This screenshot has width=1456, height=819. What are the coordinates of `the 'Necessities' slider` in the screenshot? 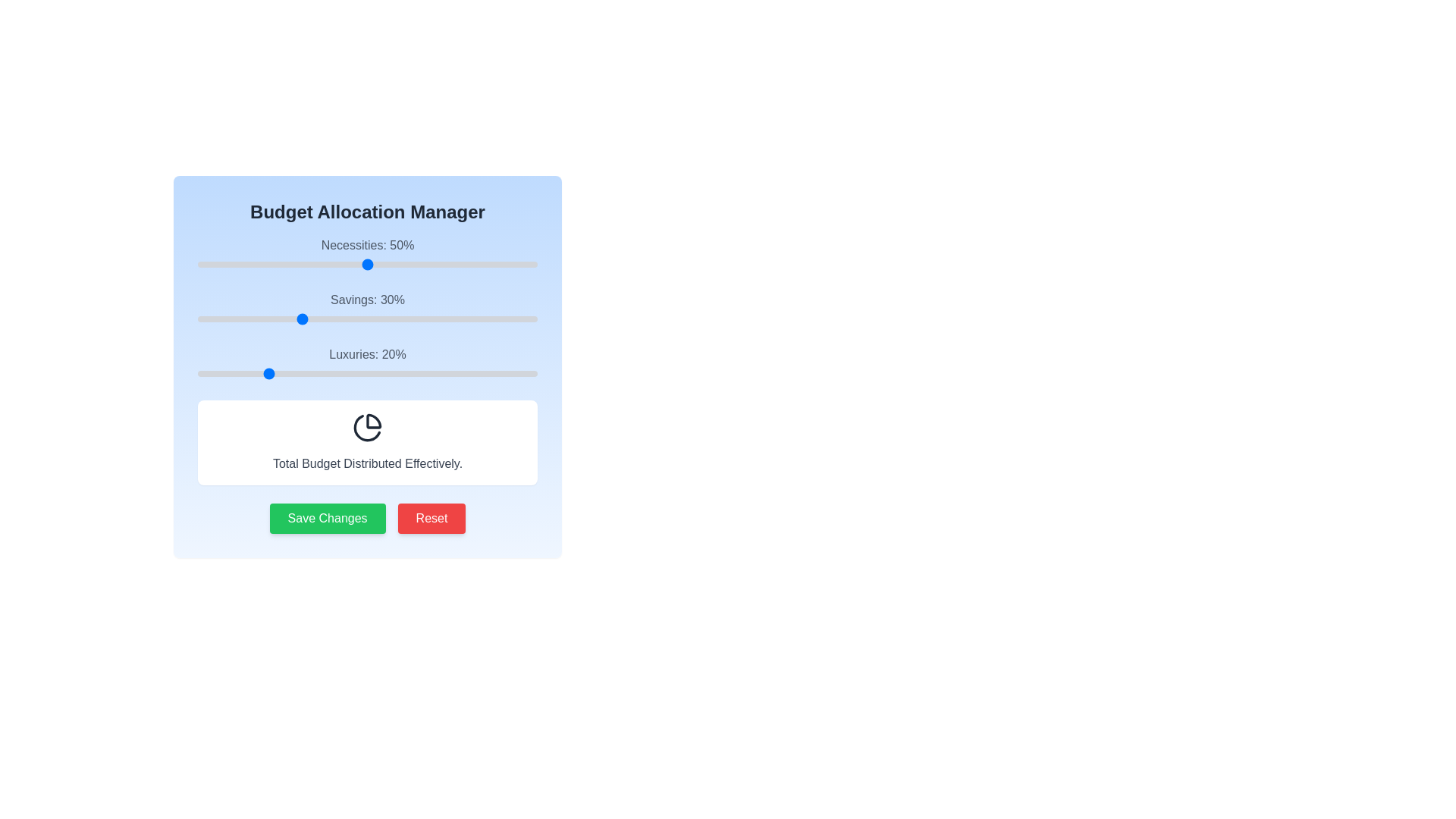 It's located at (306, 263).